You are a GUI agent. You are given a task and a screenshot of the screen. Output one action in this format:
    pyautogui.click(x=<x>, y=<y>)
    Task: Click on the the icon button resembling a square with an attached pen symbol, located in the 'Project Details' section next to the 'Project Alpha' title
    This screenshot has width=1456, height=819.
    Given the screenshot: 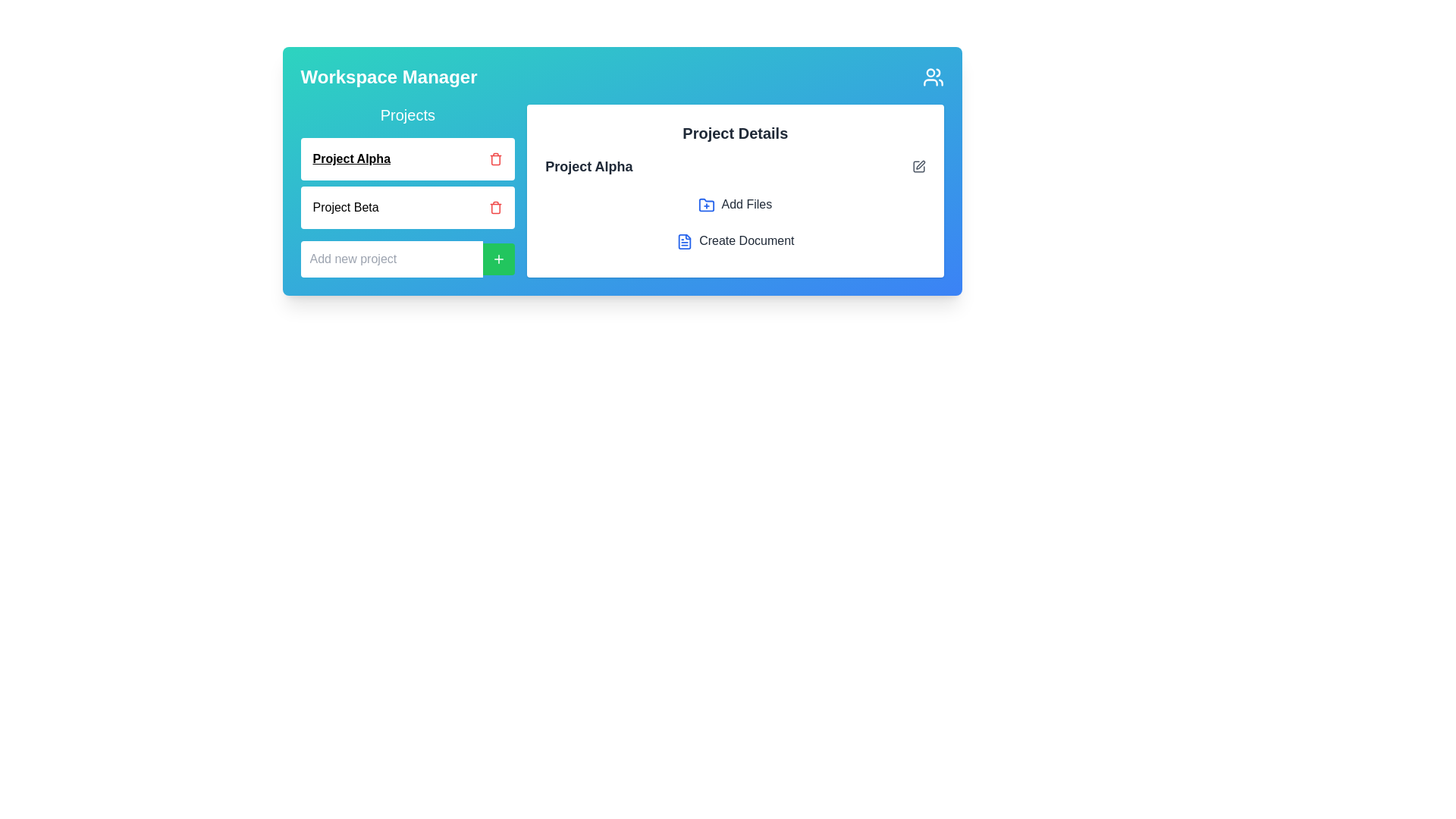 What is the action you would take?
    pyautogui.click(x=918, y=166)
    